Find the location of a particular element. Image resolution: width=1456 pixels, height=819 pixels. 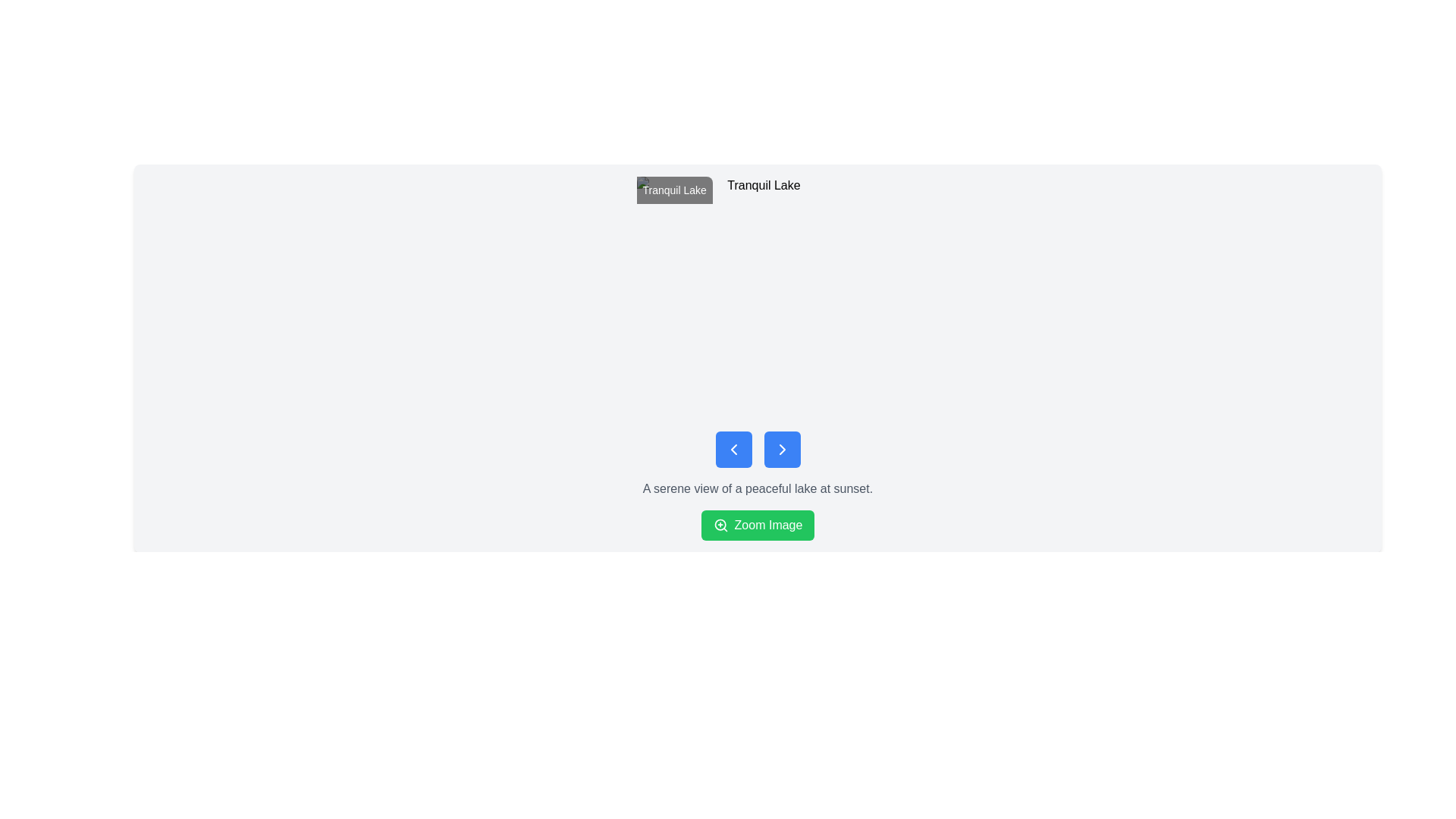

the central image display frame with a rounded border that has a light gray background to interact with its potential overlay or options is located at coordinates (758, 298).